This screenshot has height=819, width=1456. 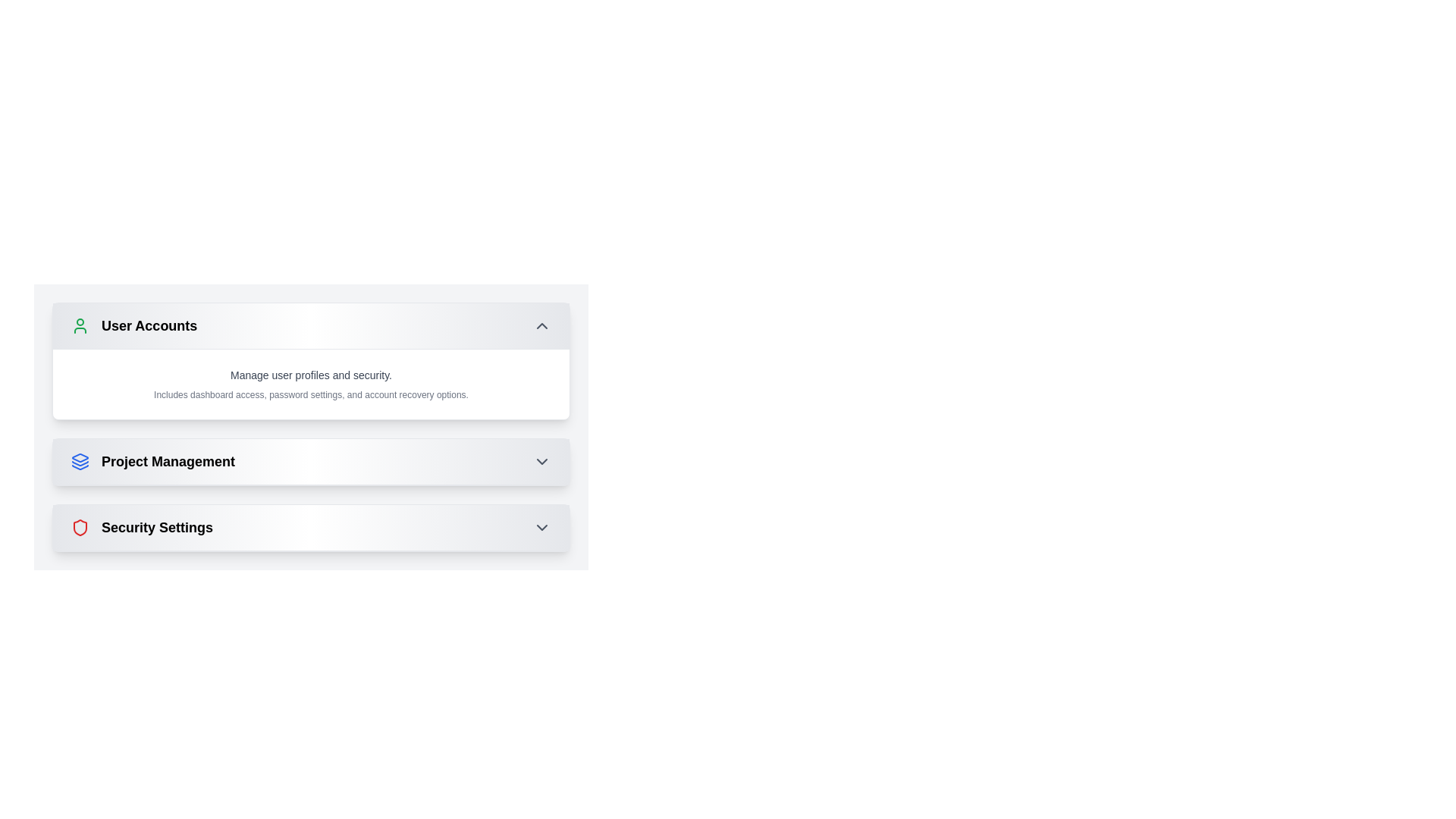 What do you see at coordinates (310, 383) in the screenshot?
I see `the descriptive UI element titled 'Manage user profiles and security.' located in the 'User Accounts' section` at bounding box center [310, 383].